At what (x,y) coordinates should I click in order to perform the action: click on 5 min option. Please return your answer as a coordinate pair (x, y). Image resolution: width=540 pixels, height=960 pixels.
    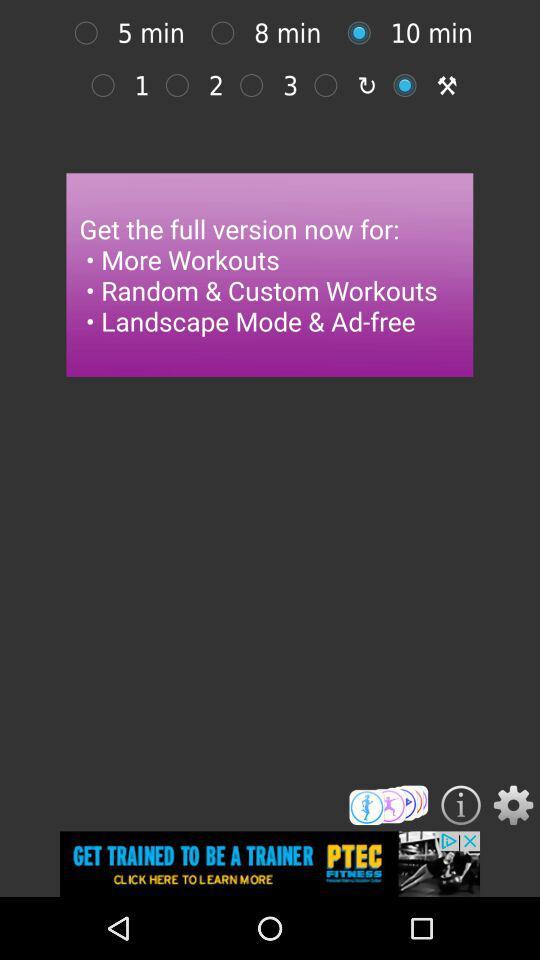
    Looking at the image, I should click on (90, 32).